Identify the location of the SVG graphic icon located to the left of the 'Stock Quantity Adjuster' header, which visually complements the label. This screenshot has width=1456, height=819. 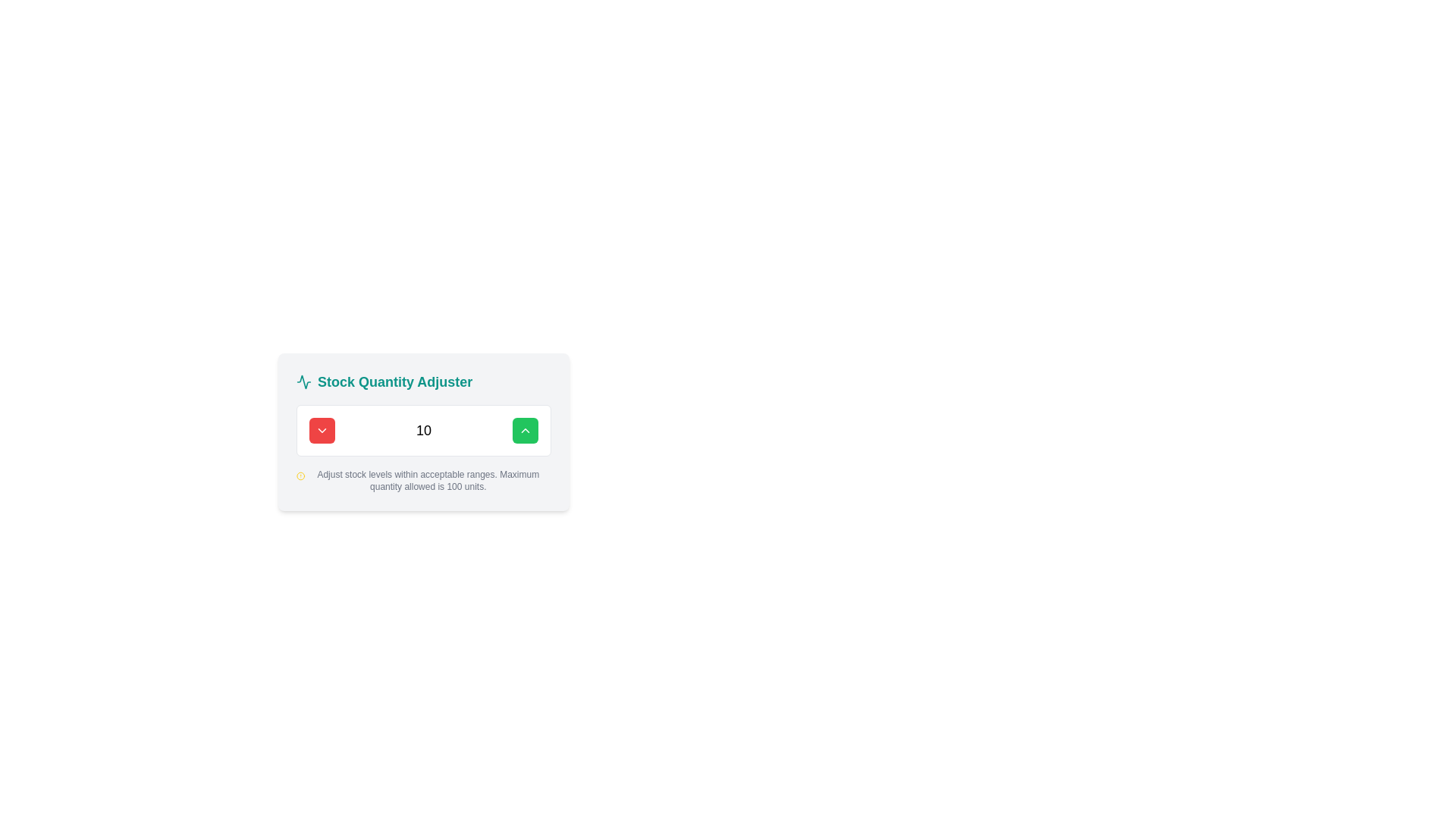
(303, 380).